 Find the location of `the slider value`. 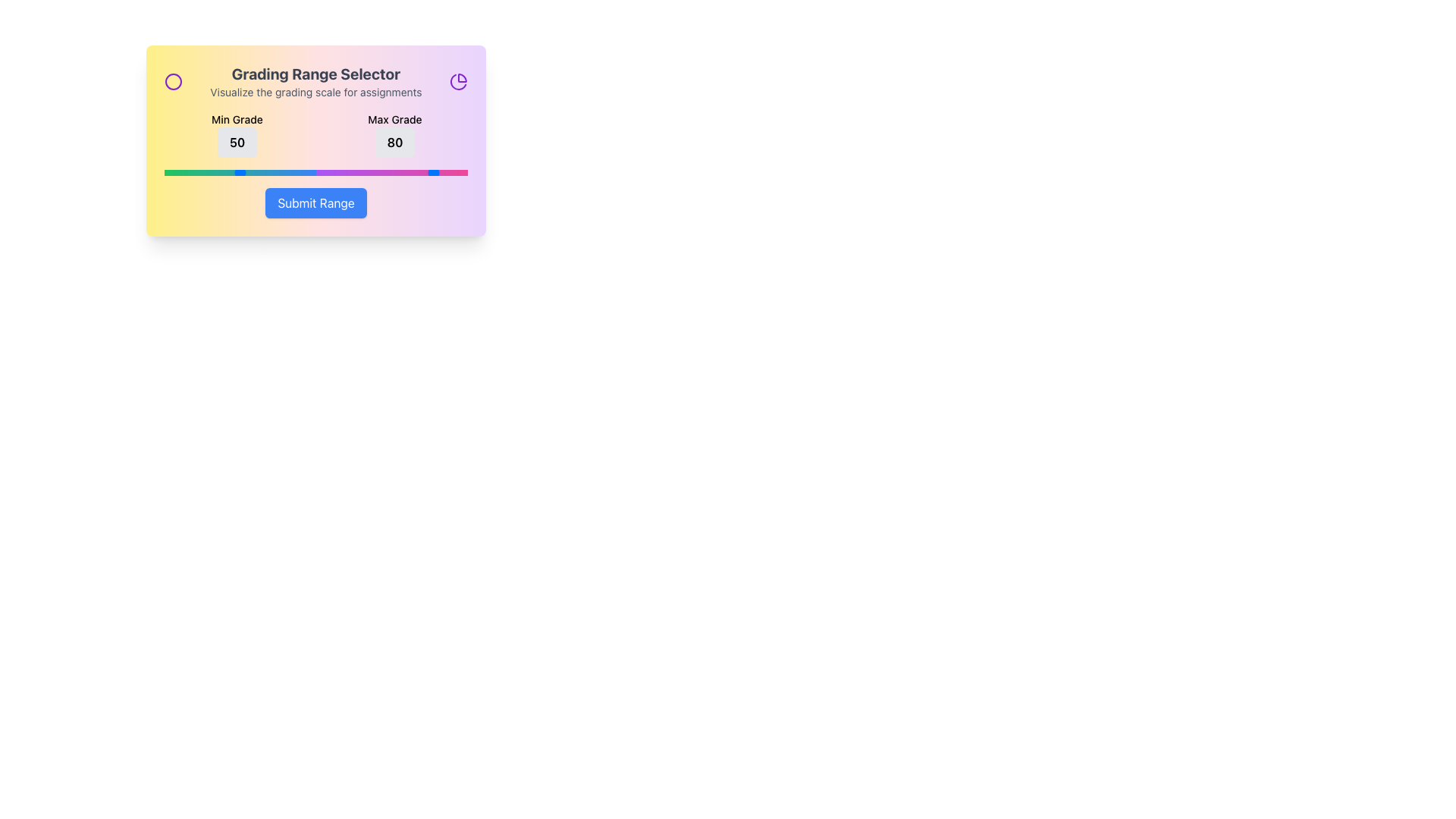

the slider value is located at coordinates (393, 171).